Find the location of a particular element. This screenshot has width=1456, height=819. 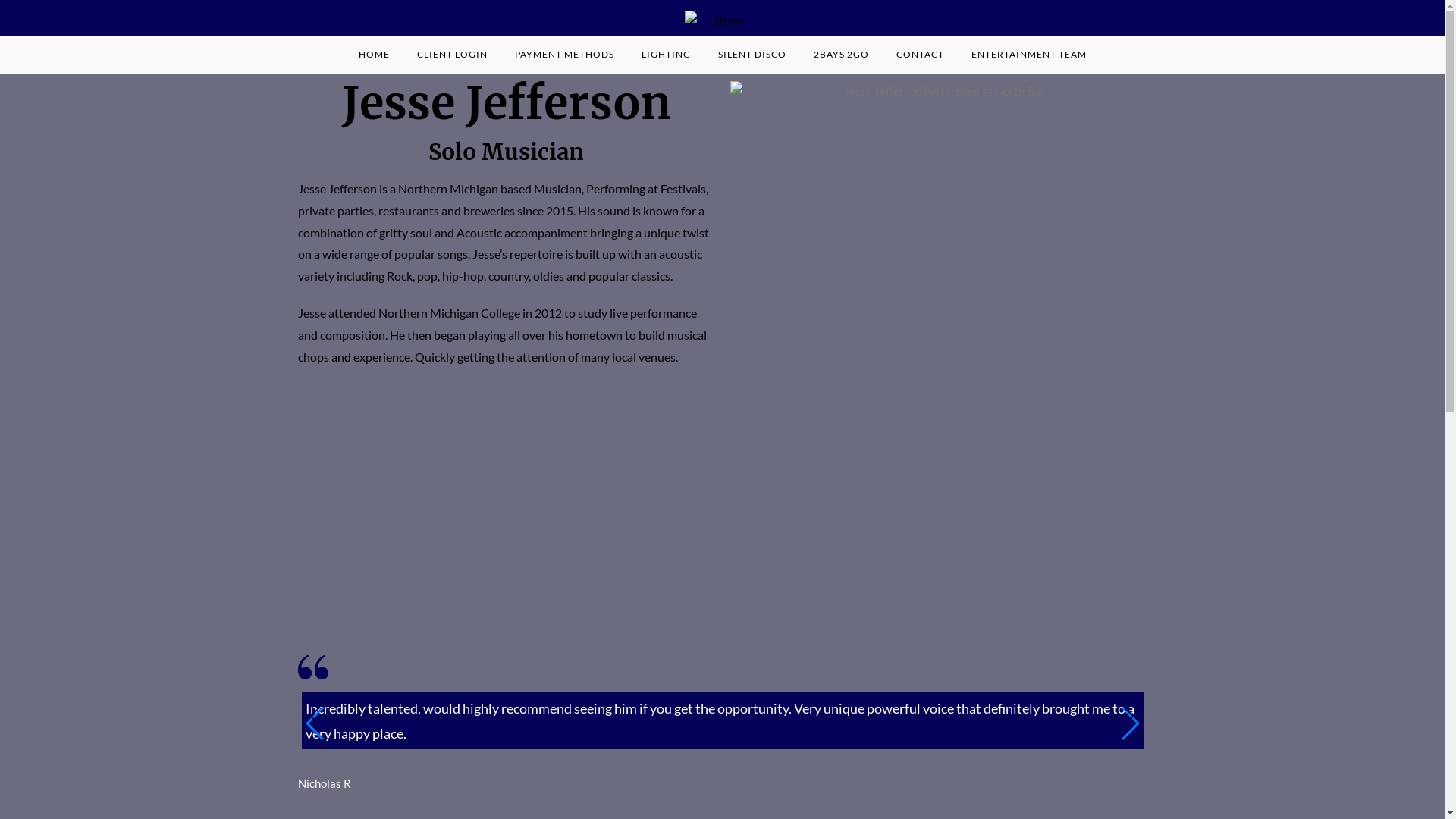

'SILENT DISCO' is located at coordinates (751, 54).